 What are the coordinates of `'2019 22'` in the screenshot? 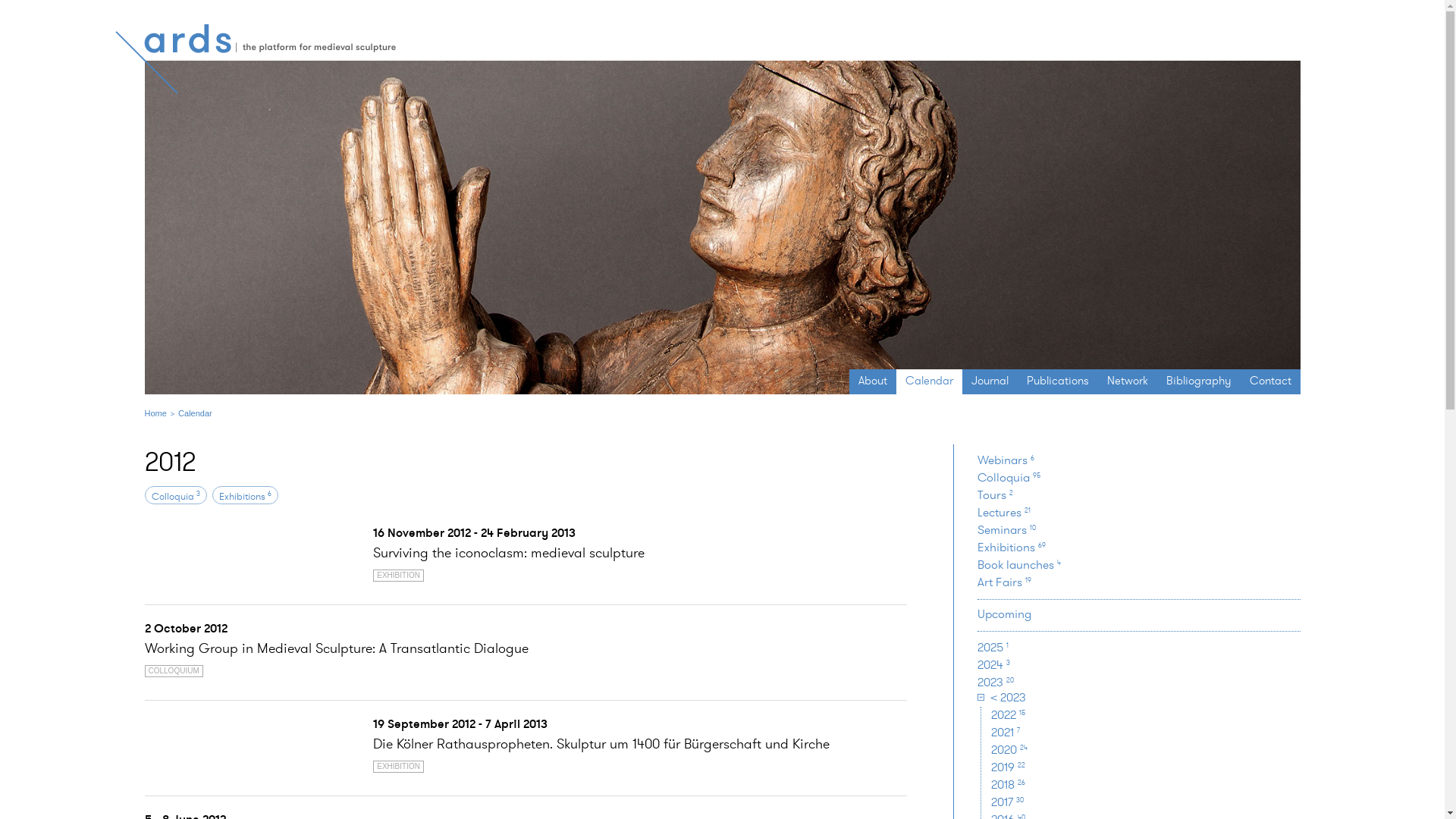 It's located at (1008, 767).